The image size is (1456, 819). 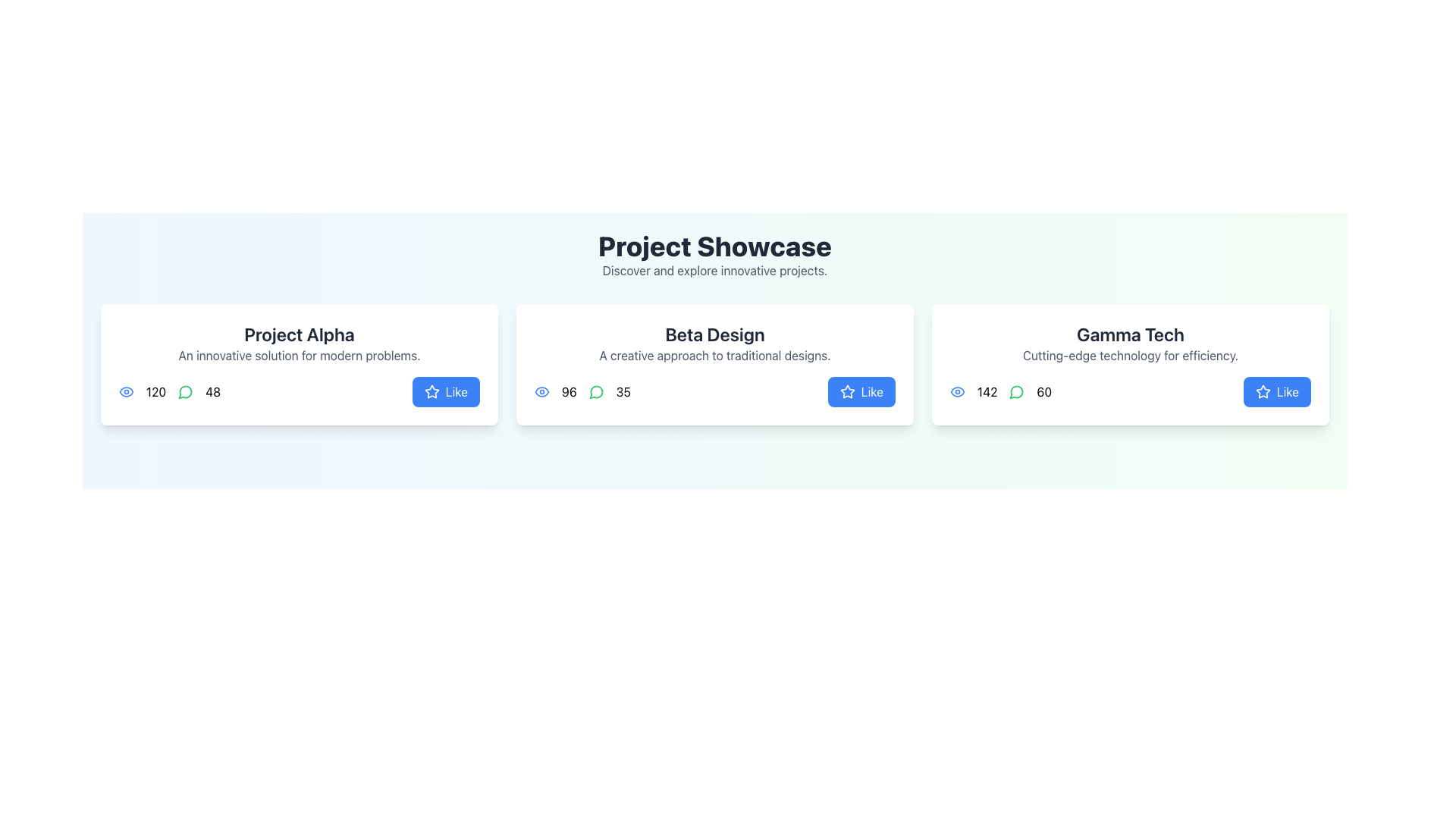 I want to click on the comments icon located within the 'Gamma Tech' card, positioned between the eye icon and the numeric text '60', so click(x=1017, y=391).